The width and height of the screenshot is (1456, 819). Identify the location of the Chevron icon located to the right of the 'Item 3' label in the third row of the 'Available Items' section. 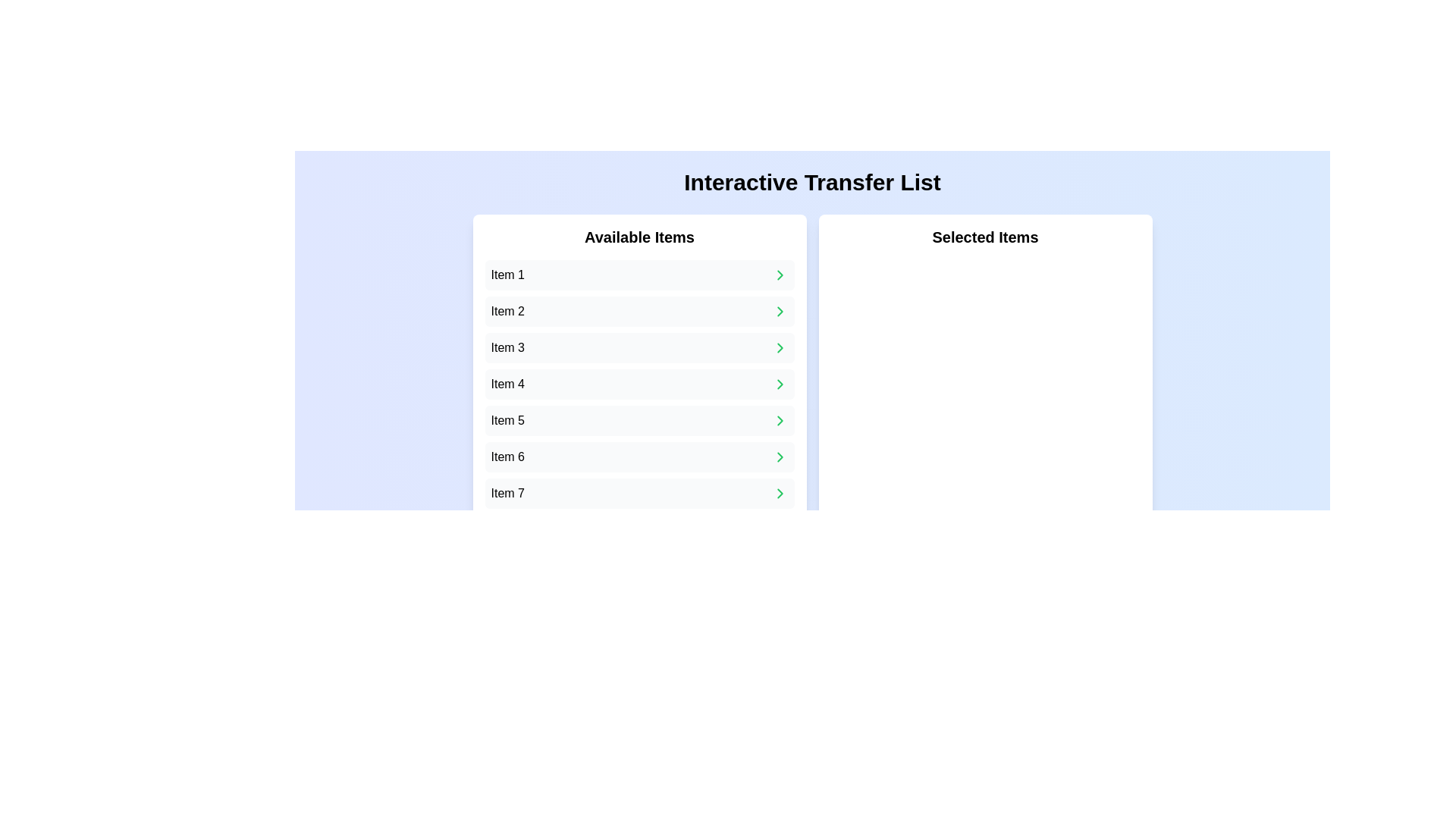
(780, 348).